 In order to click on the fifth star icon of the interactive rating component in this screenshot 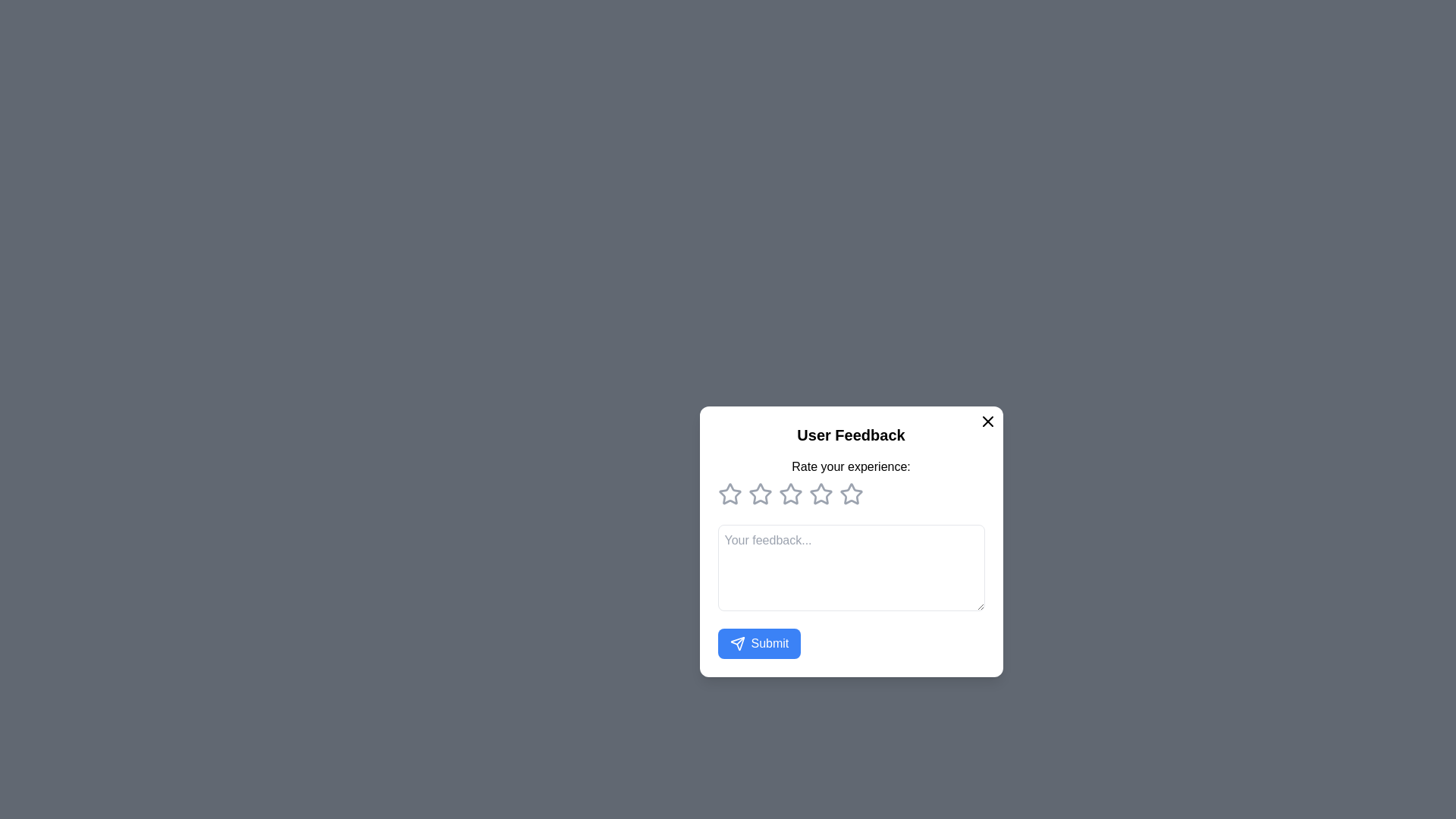, I will do `click(851, 494)`.